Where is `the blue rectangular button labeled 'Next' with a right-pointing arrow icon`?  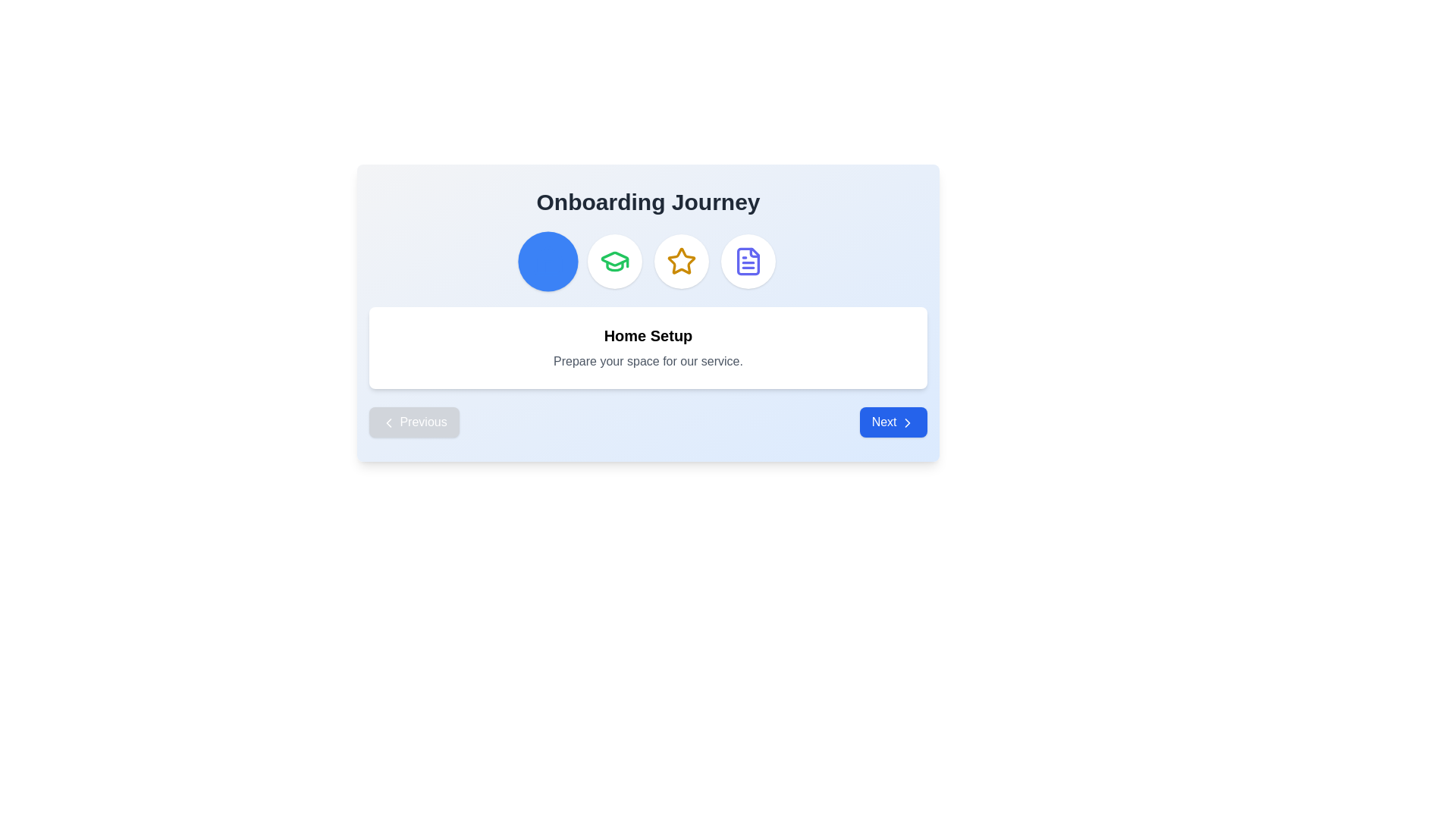
the blue rectangular button labeled 'Next' with a right-pointing arrow icon is located at coordinates (893, 422).